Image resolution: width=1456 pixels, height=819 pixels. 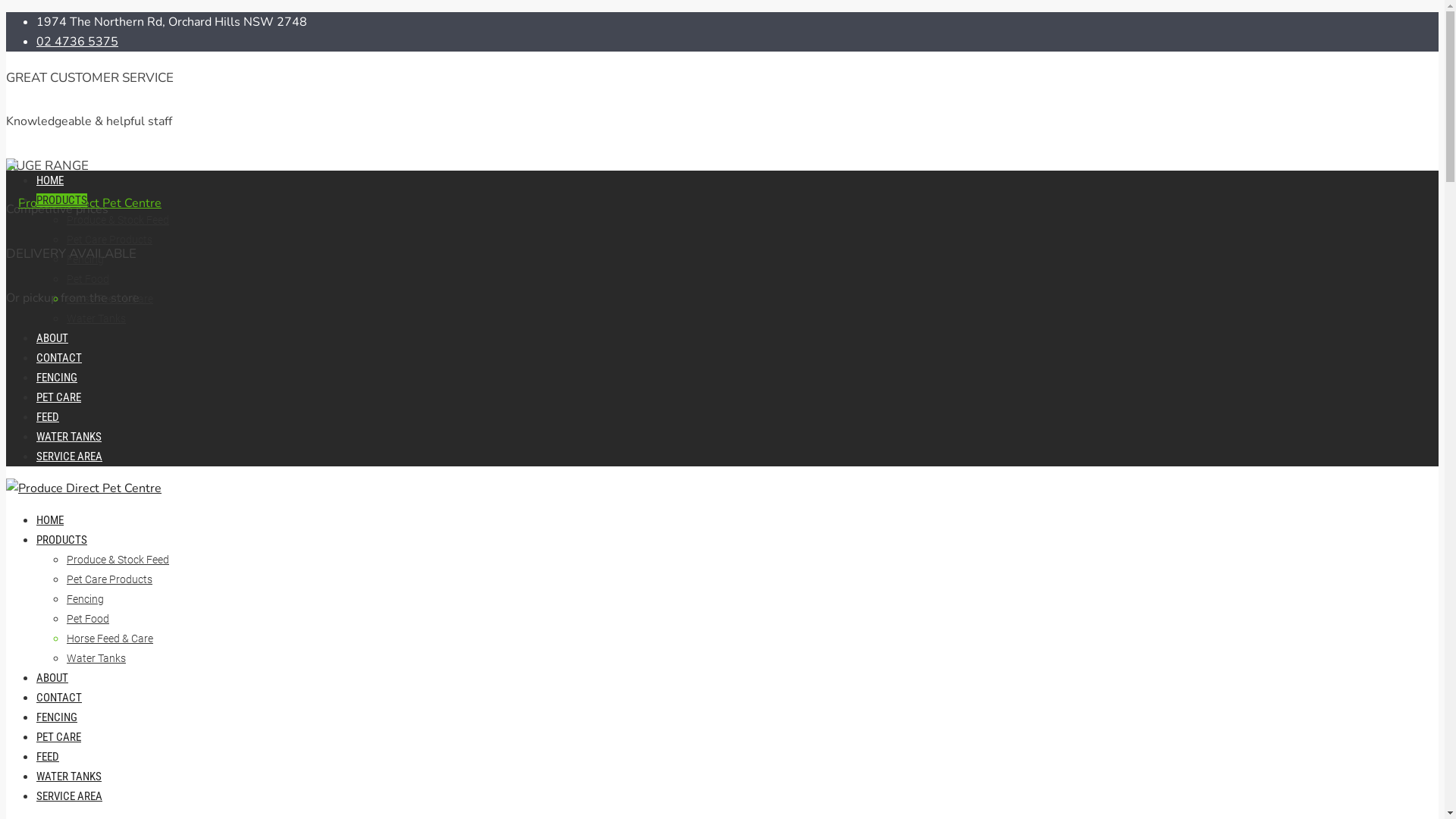 I want to click on 'Produce & Stock Feed', so click(x=117, y=219).